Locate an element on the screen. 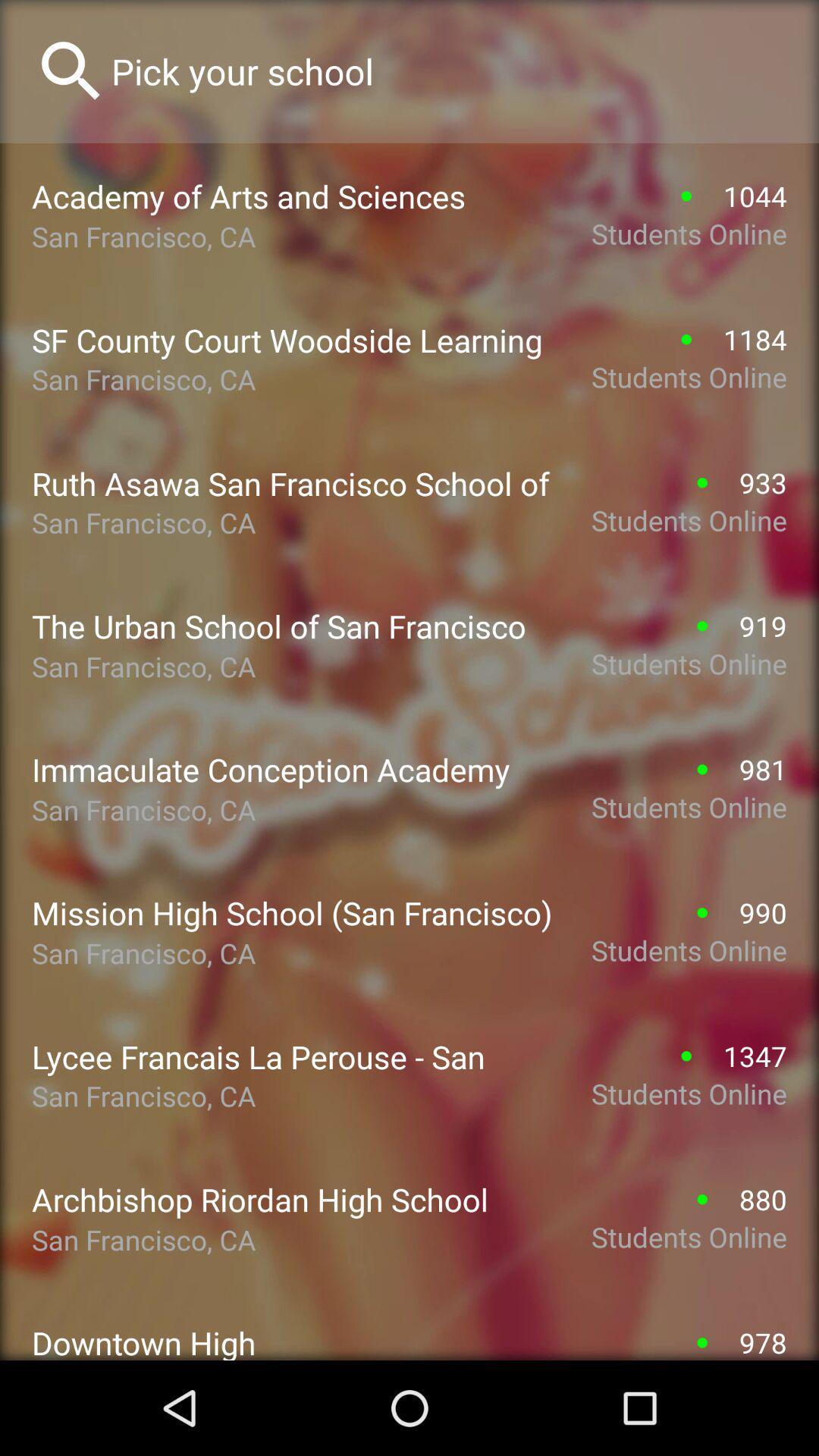 This screenshot has width=819, height=1456. the search button on the web page is located at coordinates (71, 71).